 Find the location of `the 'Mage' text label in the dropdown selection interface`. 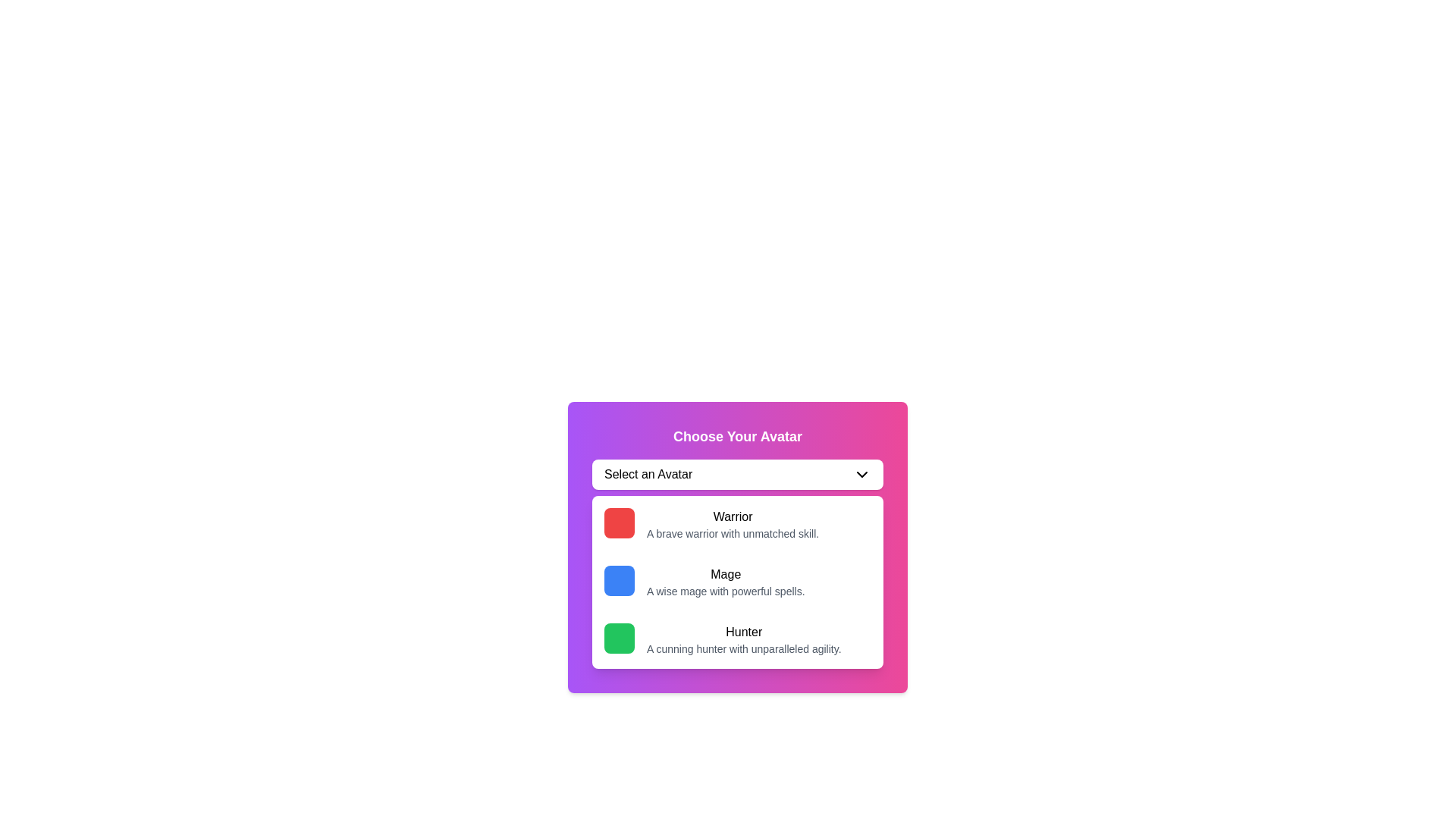

the 'Mage' text label in the dropdown selection interface is located at coordinates (725, 575).